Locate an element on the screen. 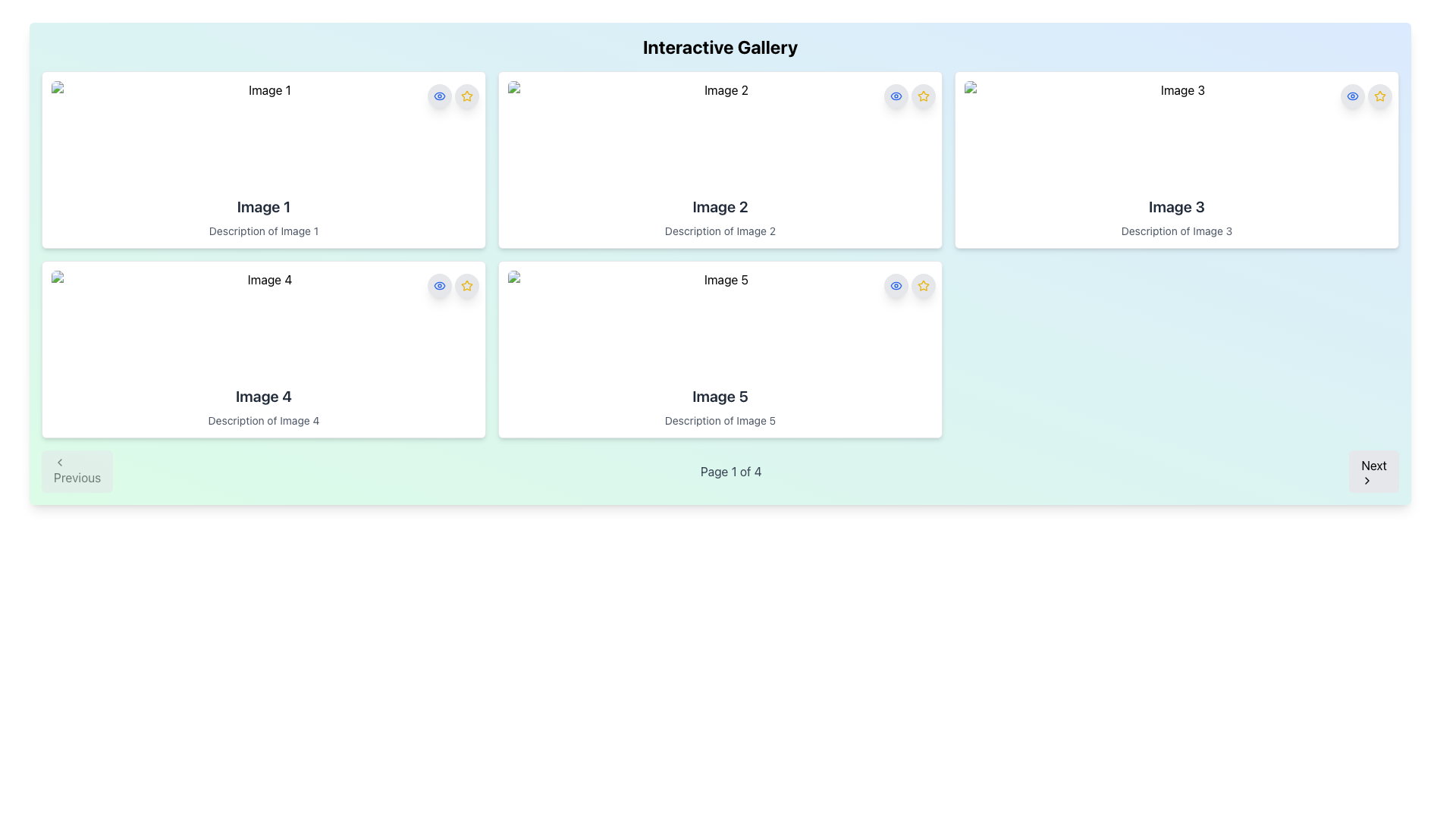 Image resolution: width=1456 pixels, height=819 pixels. the textual heading 'Image 5' which is styled with a larger font size, bold weight, and dark gray color, located in the second row, third column of a 2x3 grid layout is located at coordinates (720, 396).